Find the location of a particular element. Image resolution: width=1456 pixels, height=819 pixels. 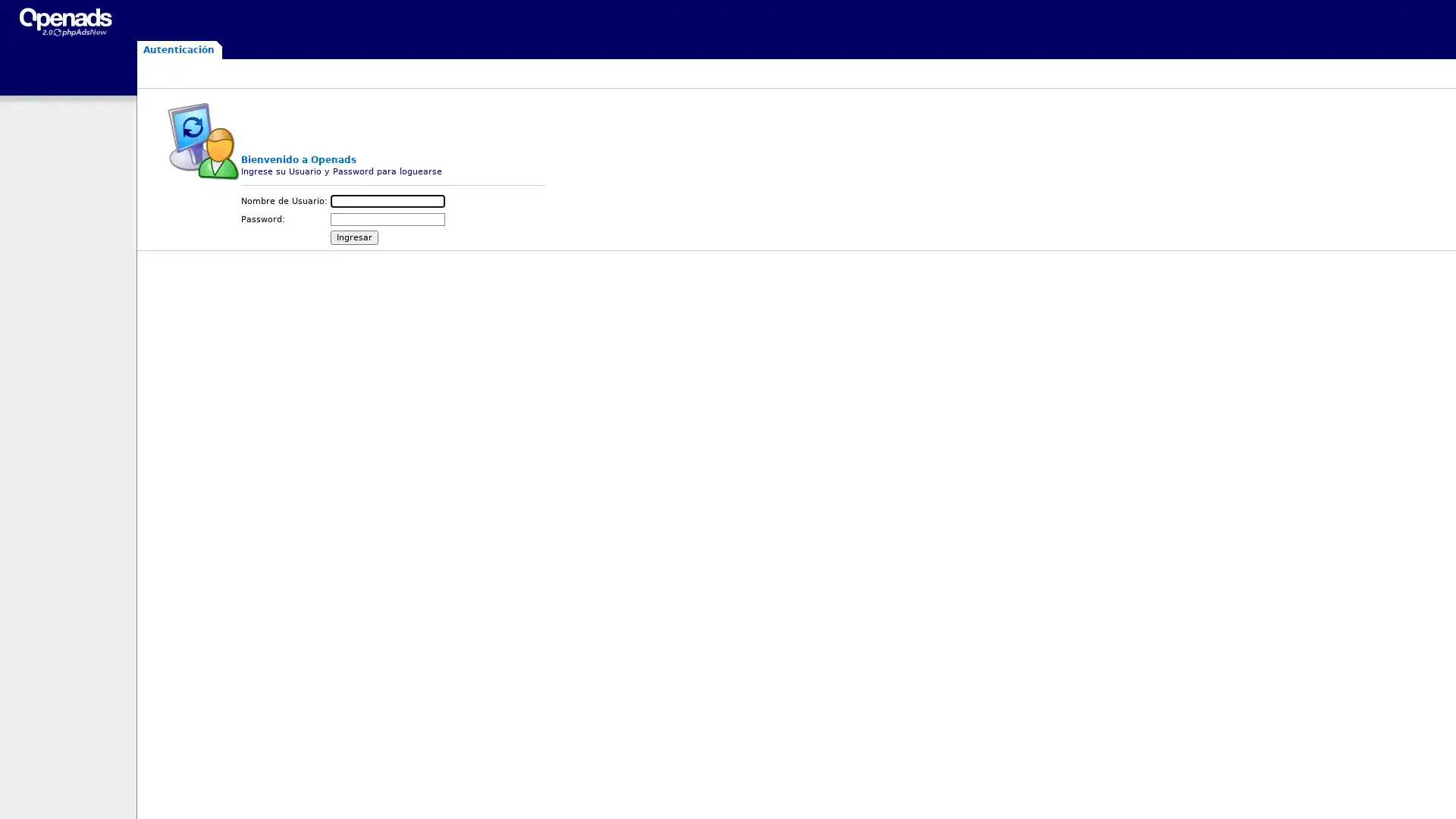

Ingresar is located at coordinates (353, 237).